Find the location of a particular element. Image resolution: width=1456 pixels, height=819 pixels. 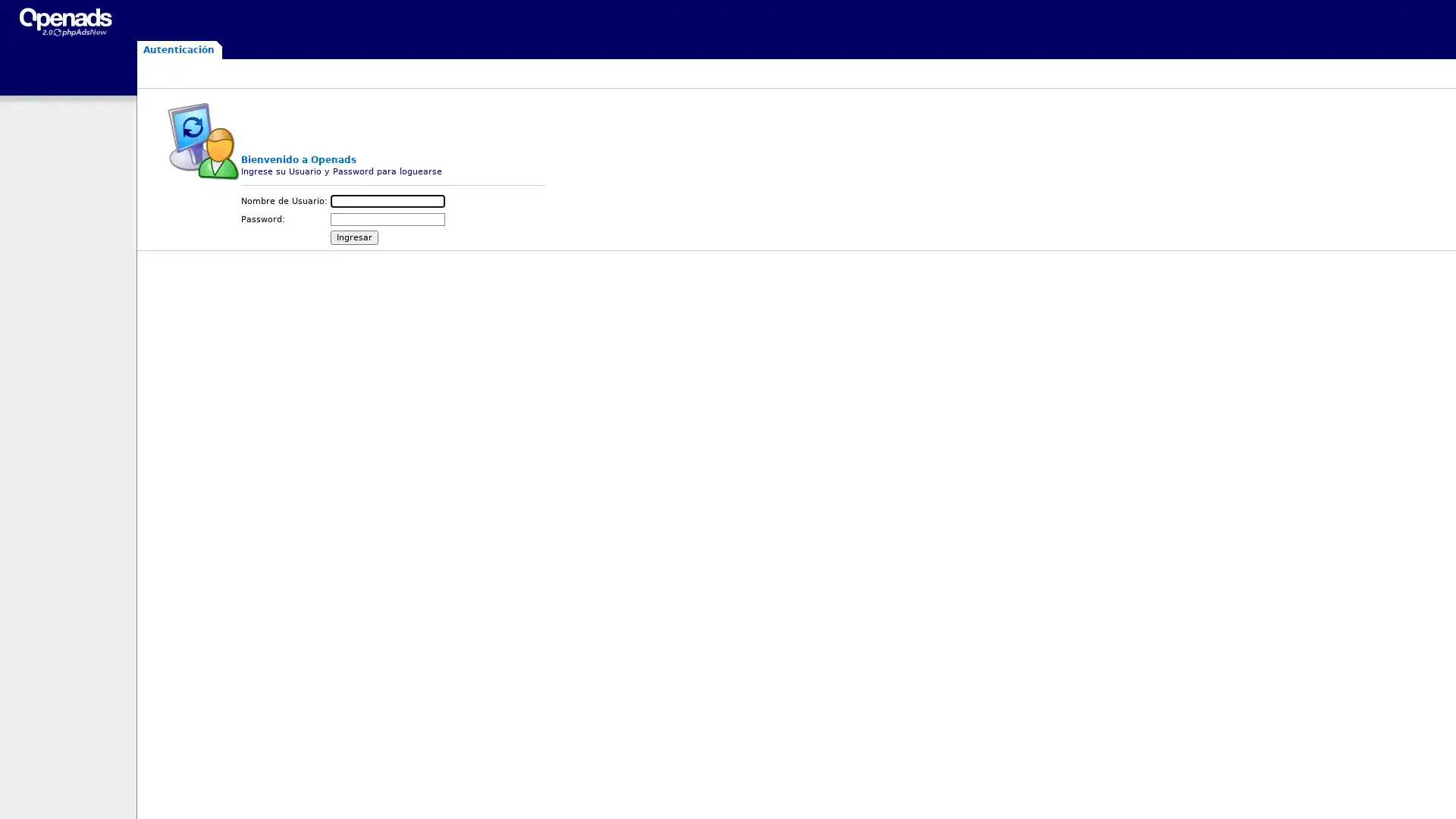

Ingresar is located at coordinates (353, 237).